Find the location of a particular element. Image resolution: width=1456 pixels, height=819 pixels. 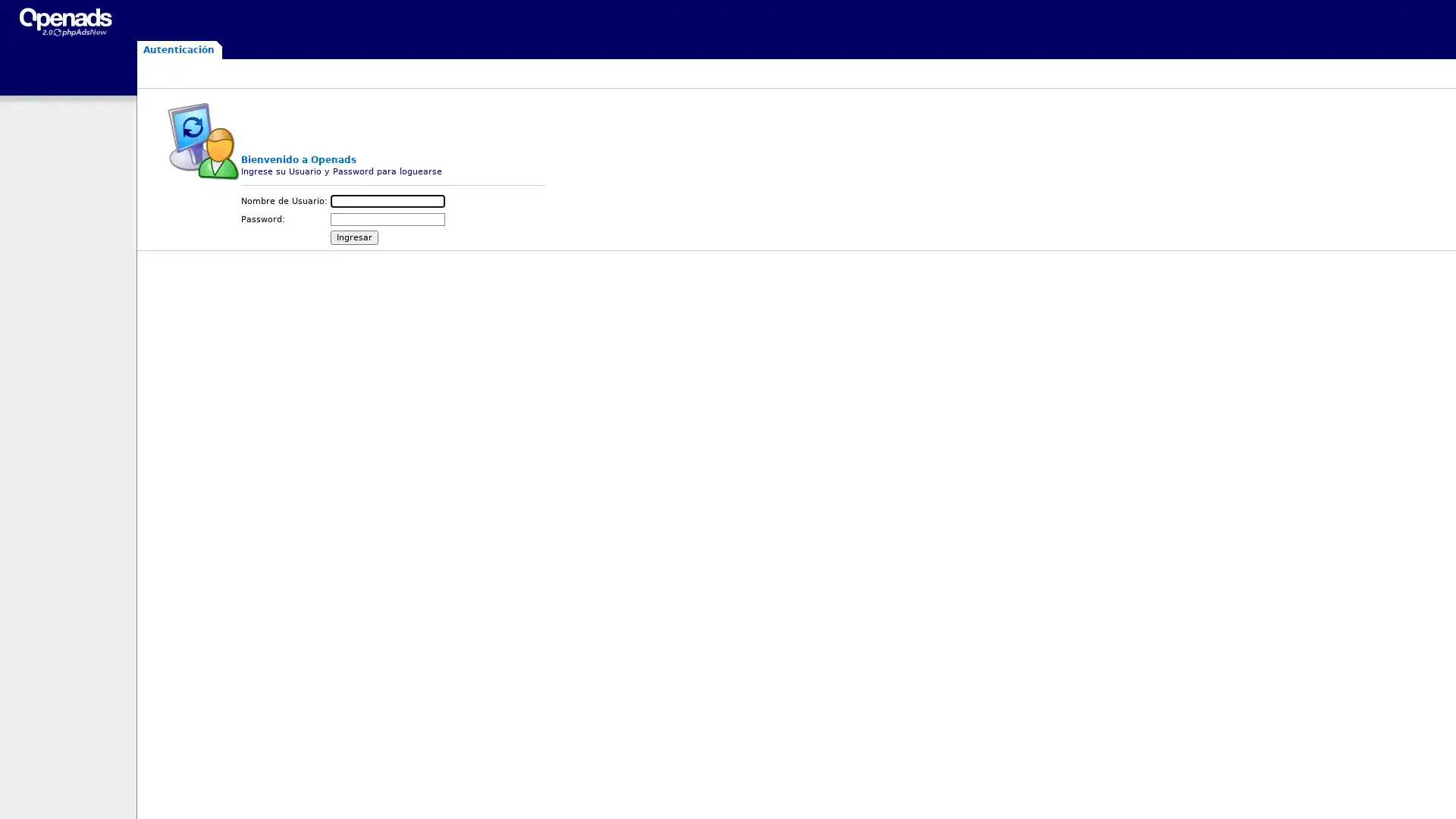

Ingresar is located at coordinates (353, 237).